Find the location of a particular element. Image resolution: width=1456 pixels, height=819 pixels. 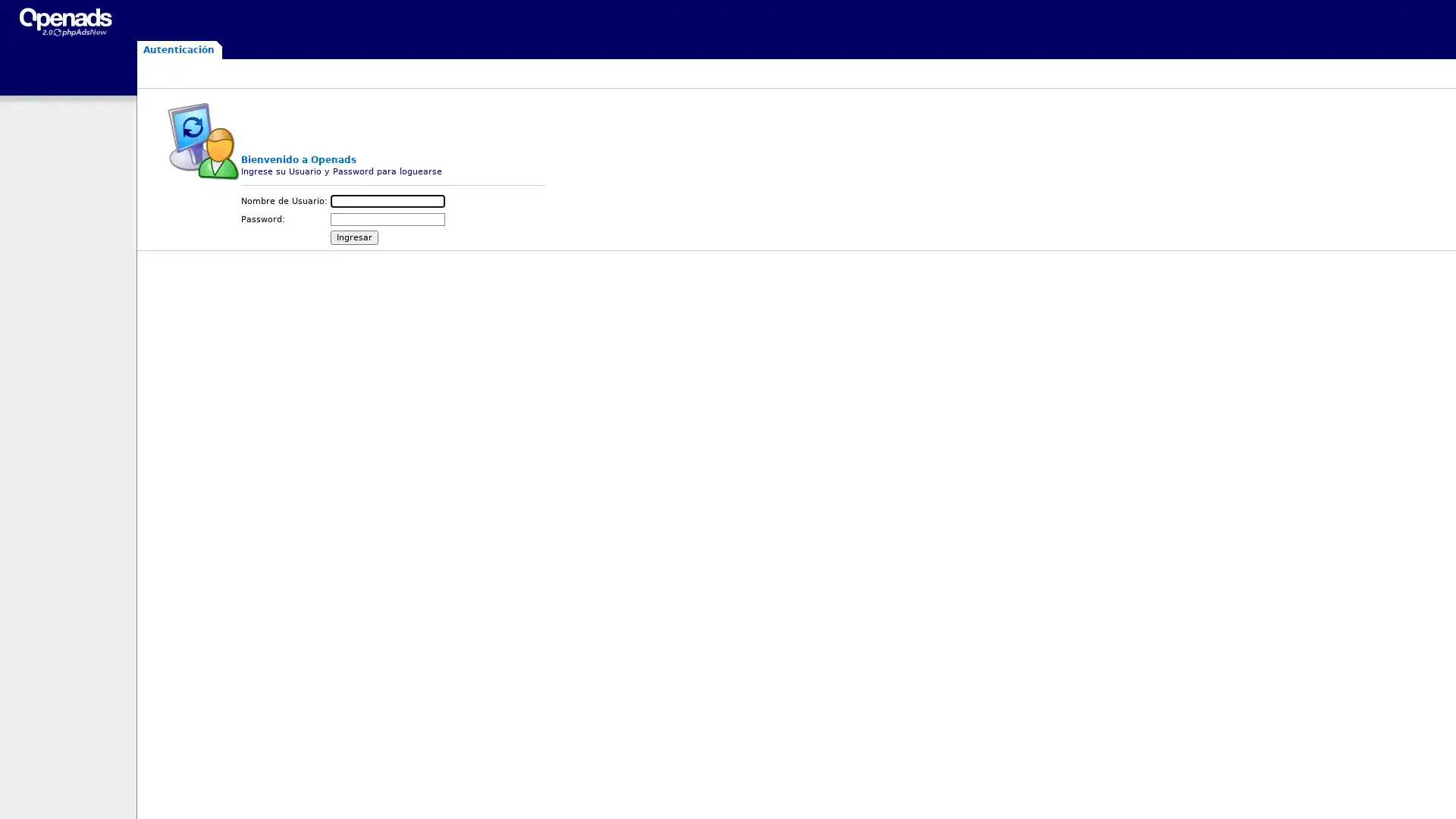

Ingresar is located at coordinates (353, 237).